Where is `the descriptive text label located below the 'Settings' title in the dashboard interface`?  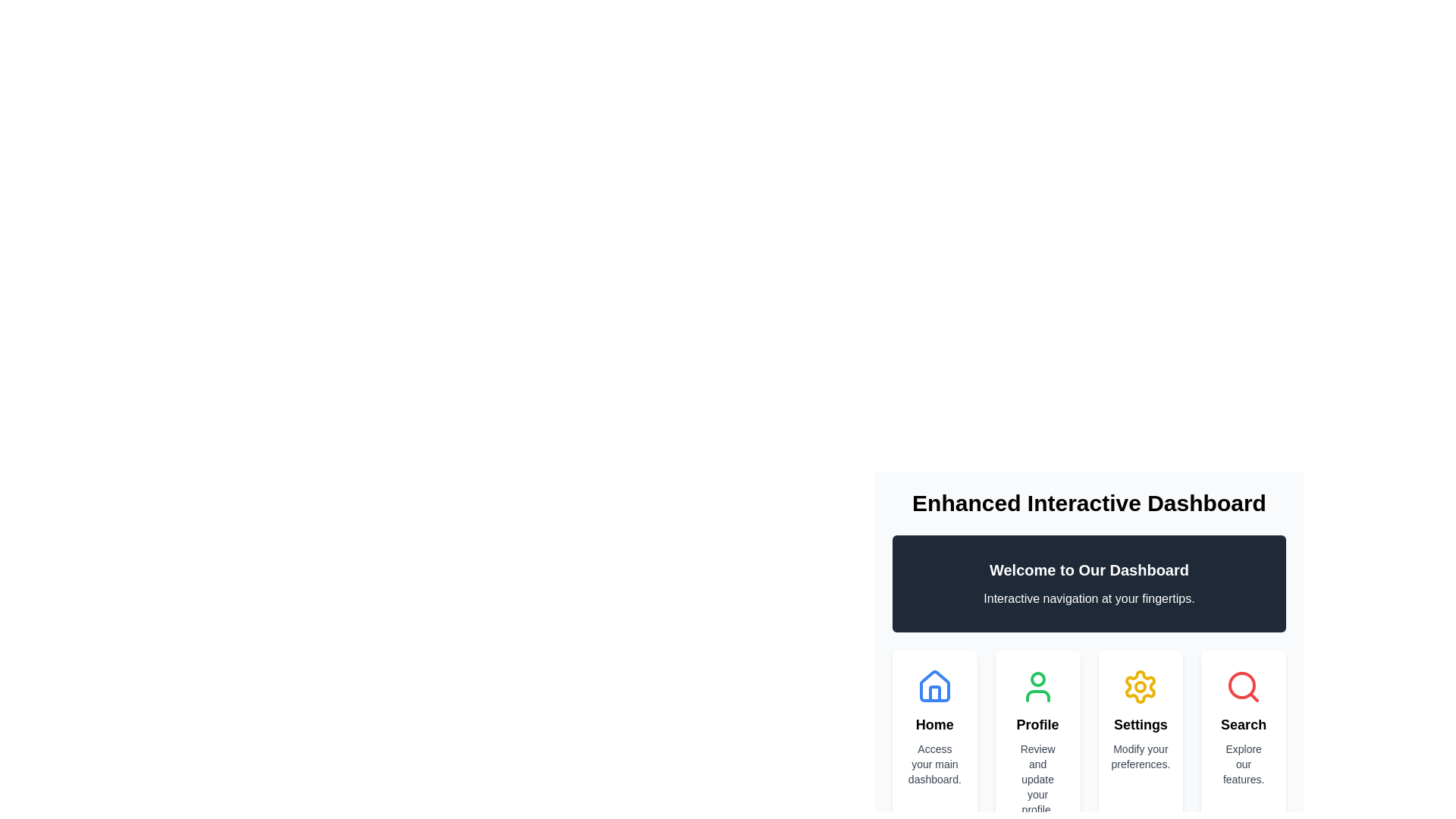 the descriptive text label located below the 'Settings' title in the dashboard interface is located at coordinates (1141, 757).